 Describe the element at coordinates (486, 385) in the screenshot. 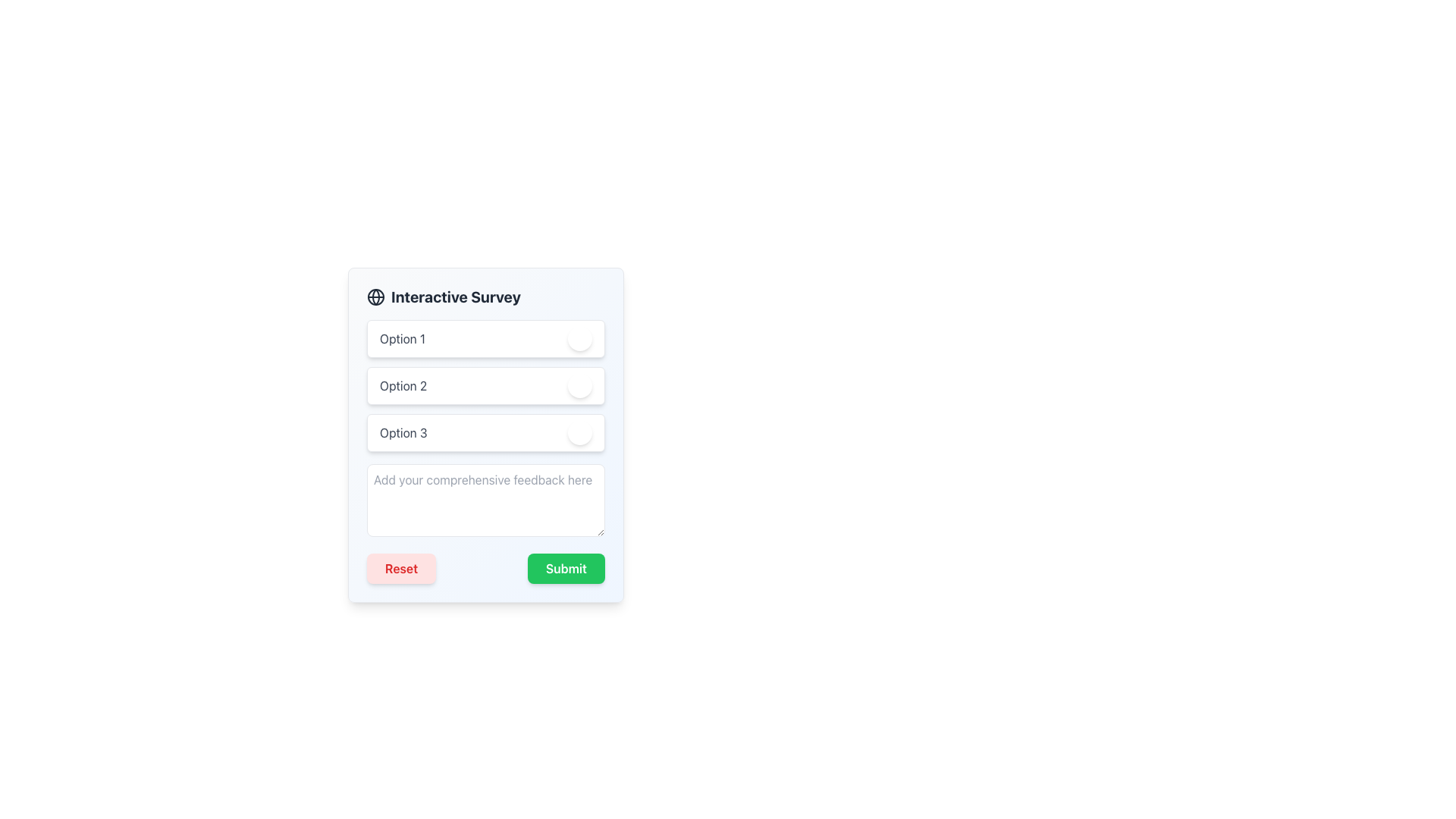

I see `the circular interactive indicator on the right side of the Interactive Option Section labeled 'Option 2'` at that location.